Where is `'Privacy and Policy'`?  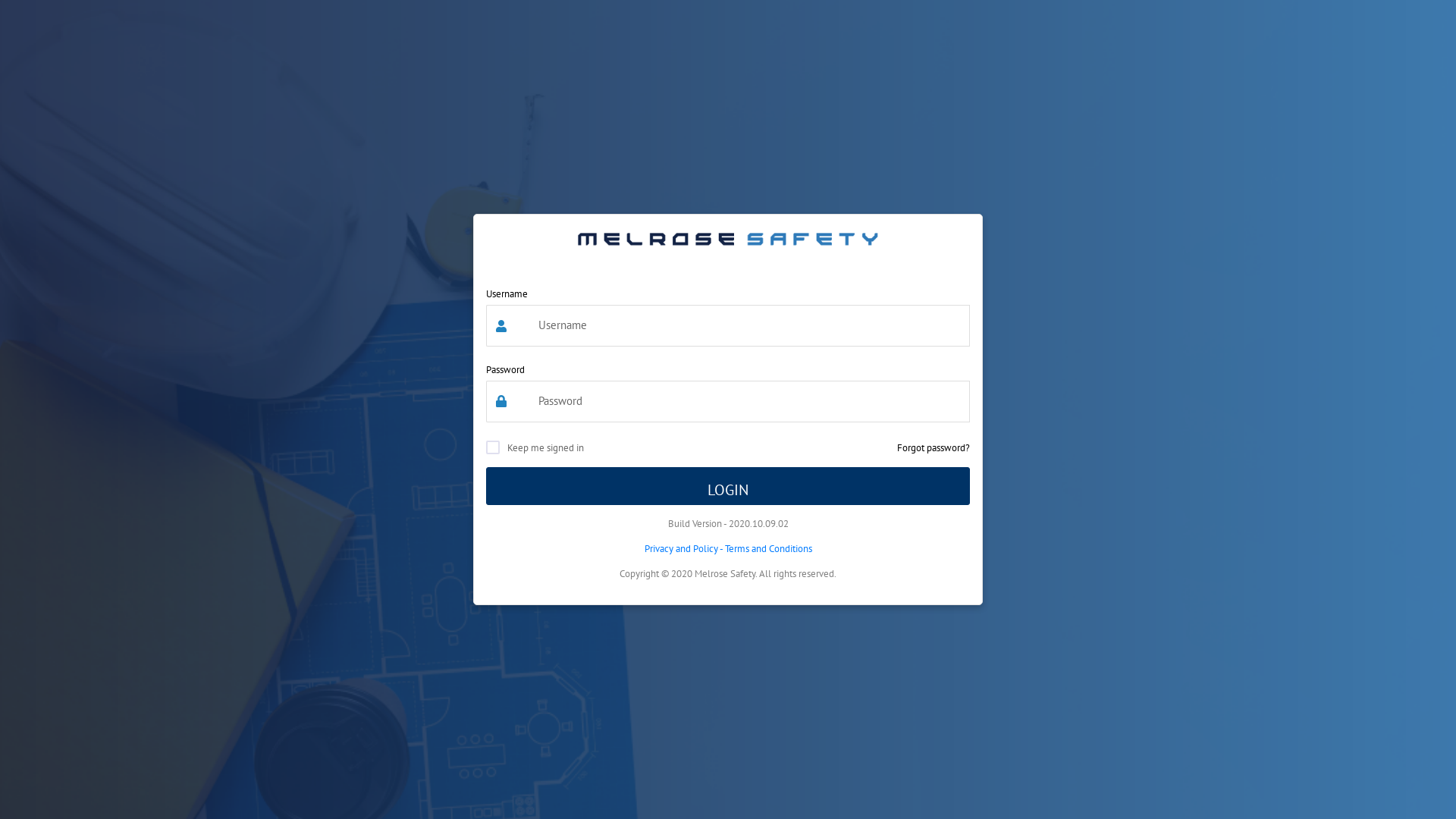
'Privacy and Policy' is located at coordinates (680, 548).